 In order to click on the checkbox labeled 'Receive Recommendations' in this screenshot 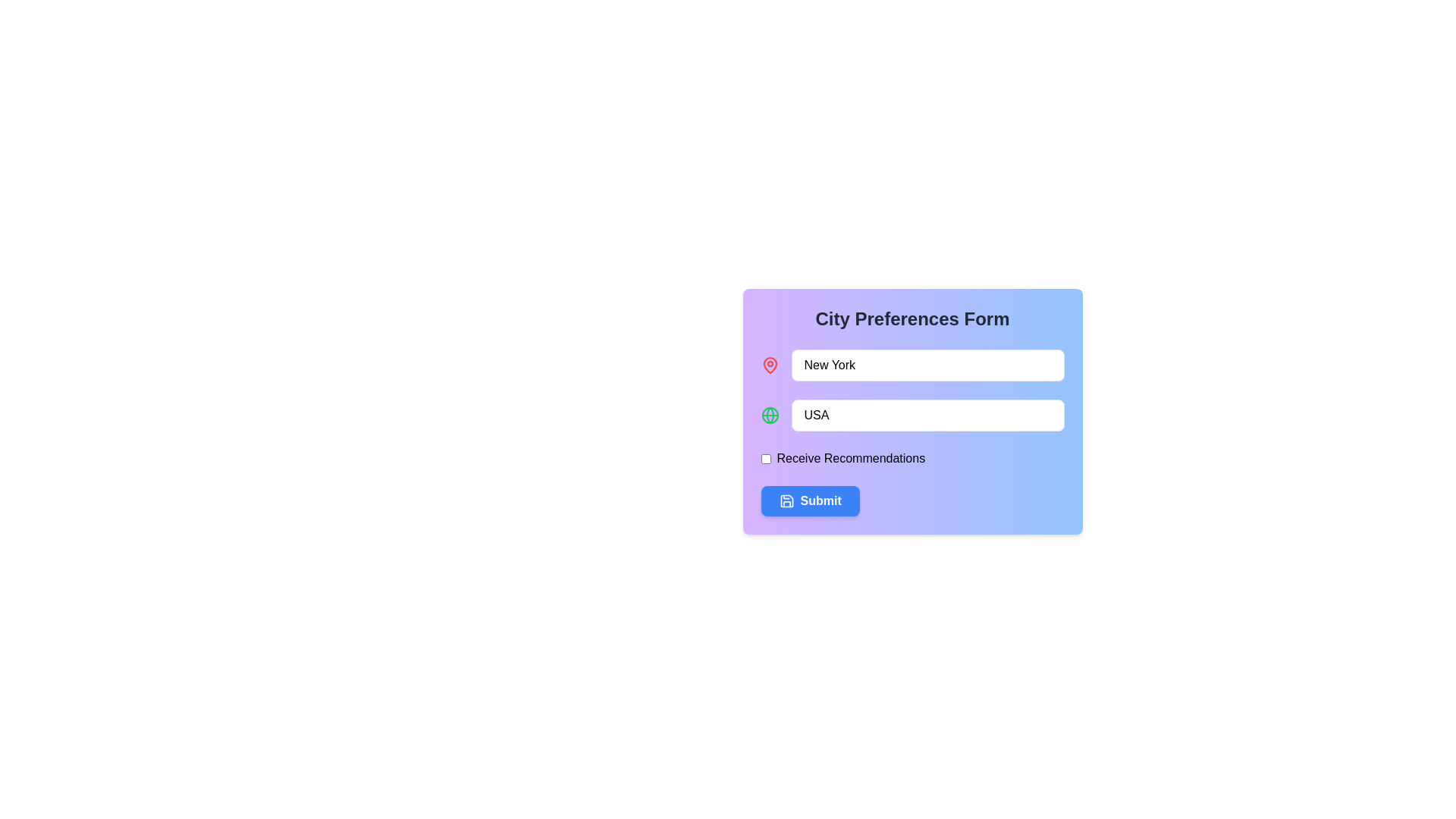, I will do `click(912, 458)`.